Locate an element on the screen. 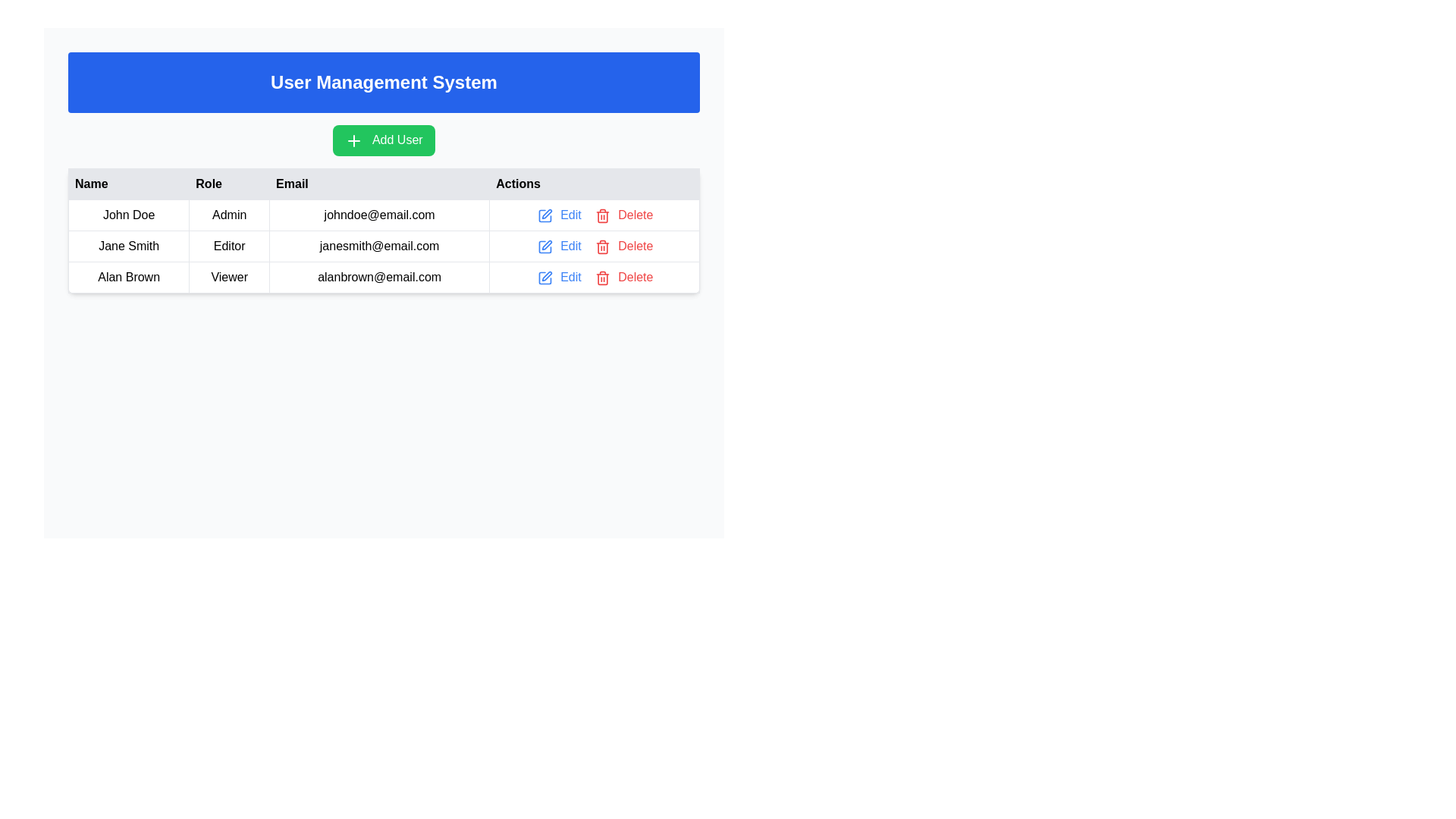 This screenshot has height=819, width=1456. the trash bin icon representing the delete action for 'Alan Brown' in the last row of the user management table is located at coordinates (601, 247).